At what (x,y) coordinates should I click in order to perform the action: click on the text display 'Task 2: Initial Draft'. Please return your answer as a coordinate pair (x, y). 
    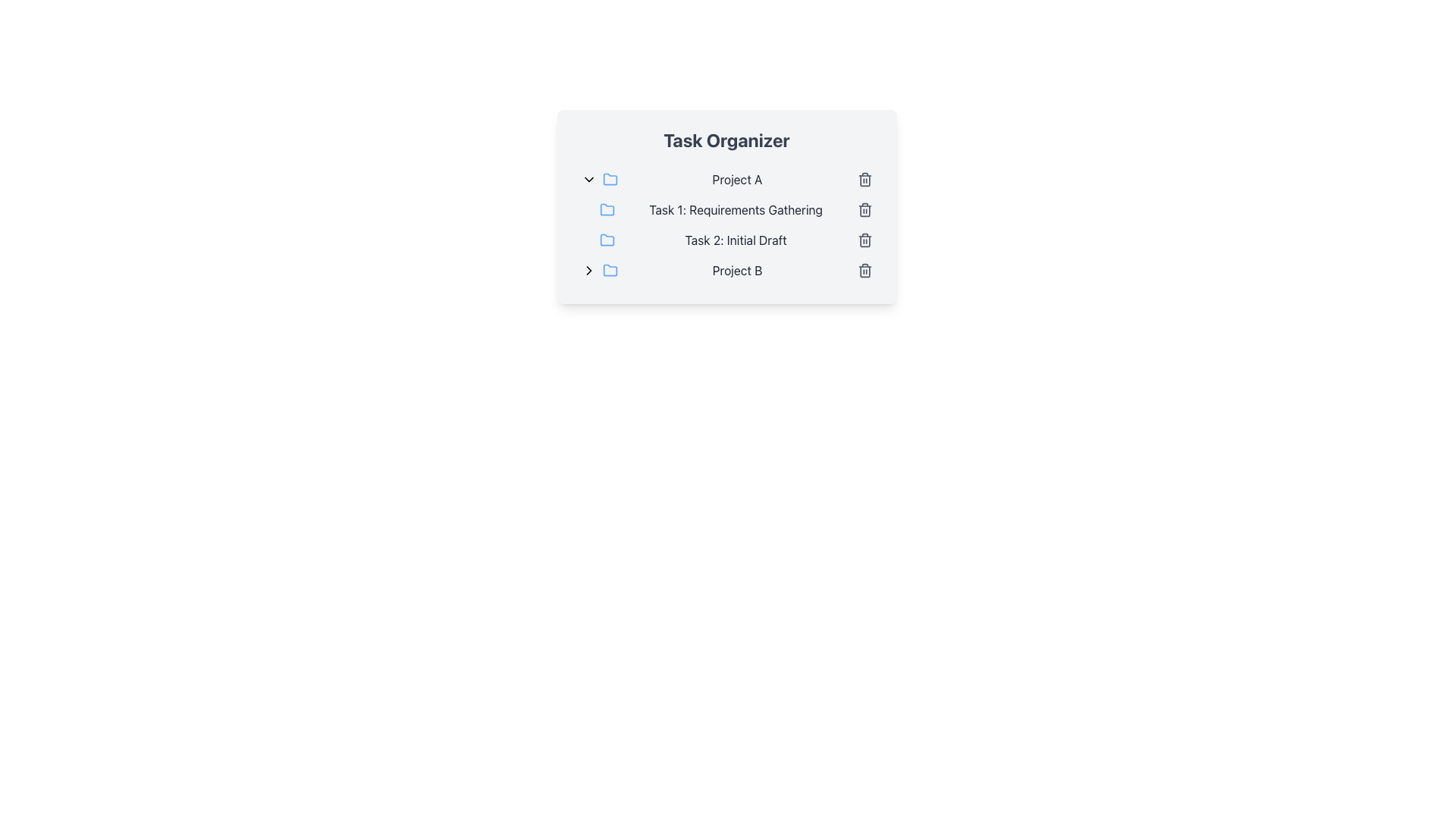
    Looking at the image, I should click on (736, 239).